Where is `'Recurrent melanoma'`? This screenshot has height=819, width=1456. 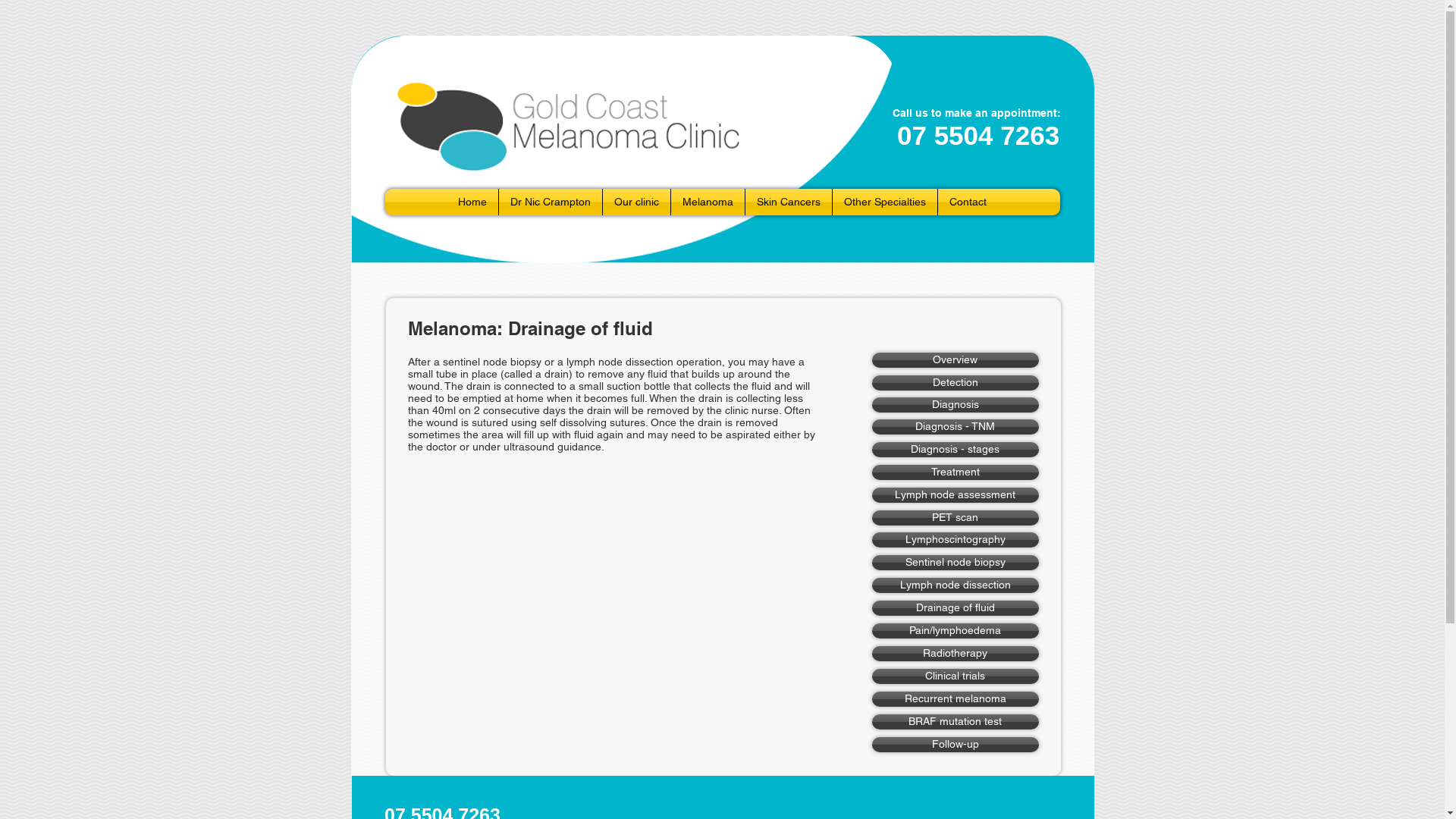 'Recurrent melanoma' is located at coordinates (954, 698).